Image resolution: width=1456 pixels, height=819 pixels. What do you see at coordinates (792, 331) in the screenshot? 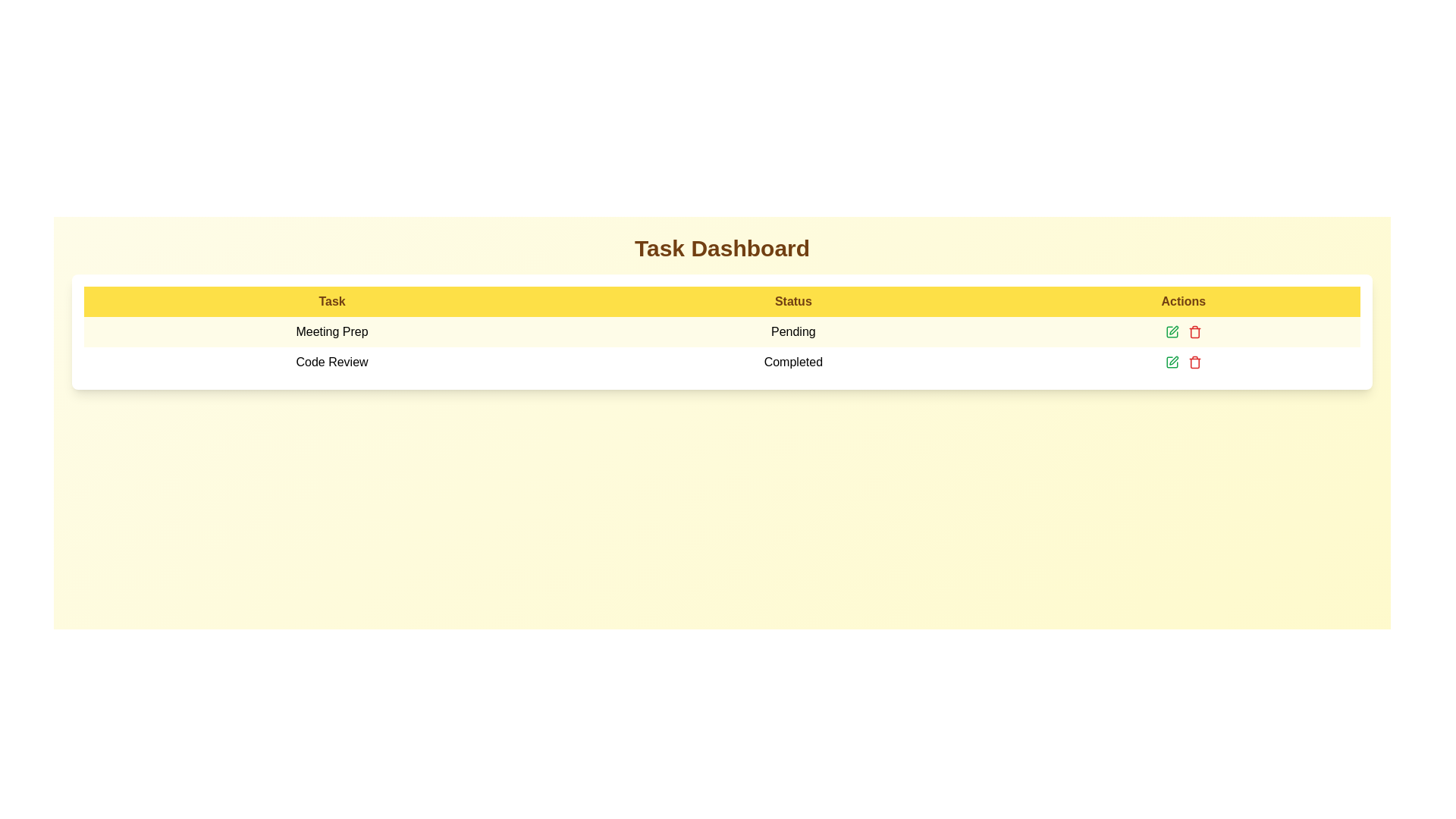
I see `the status indicator text label that displays the current state of the associated task, located in the second column of the first data row, adjacent to 'Meeting Prep' and action icons` at bounding box center [792, 331].